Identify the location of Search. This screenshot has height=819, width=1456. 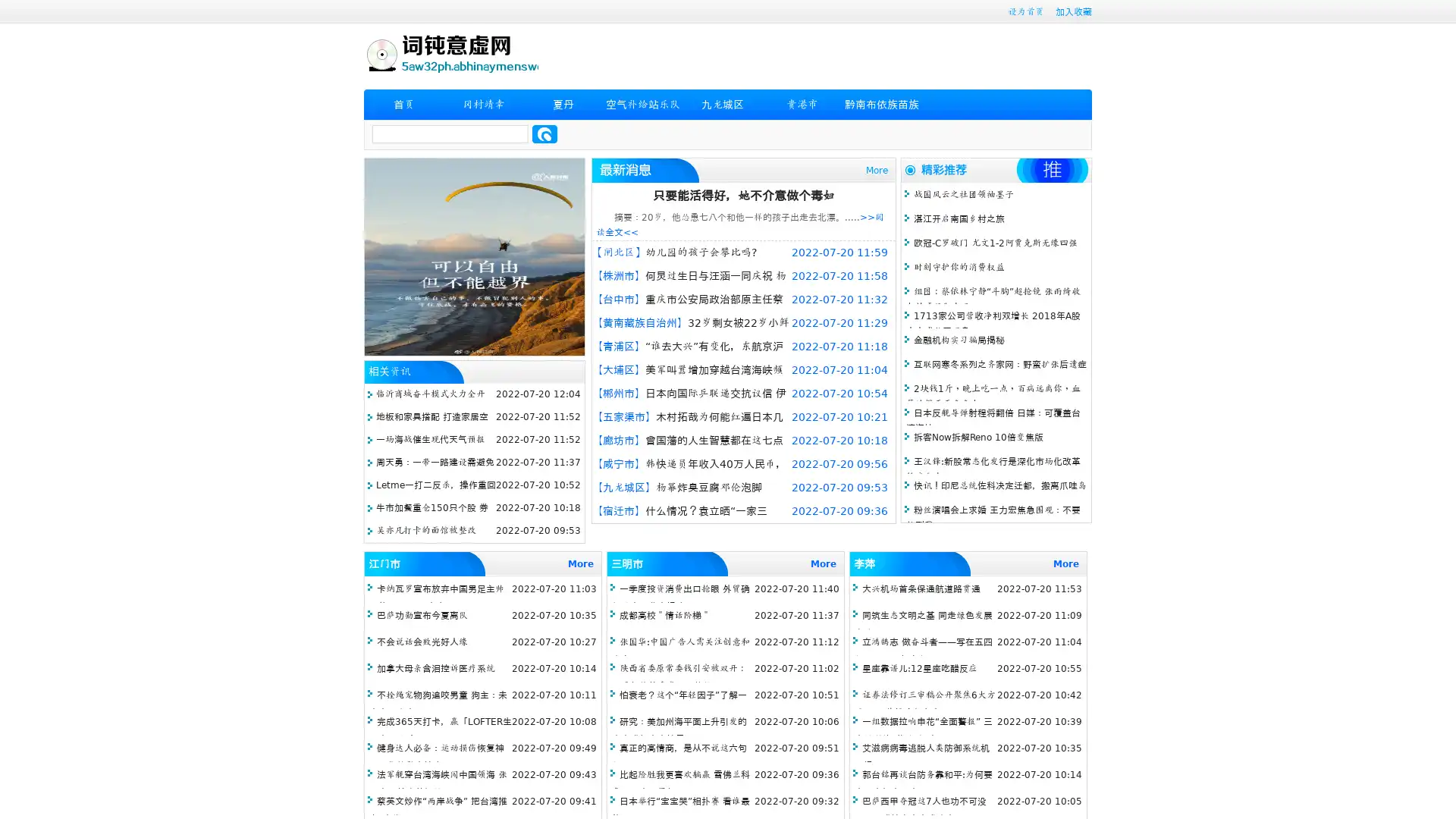
(544, 133).